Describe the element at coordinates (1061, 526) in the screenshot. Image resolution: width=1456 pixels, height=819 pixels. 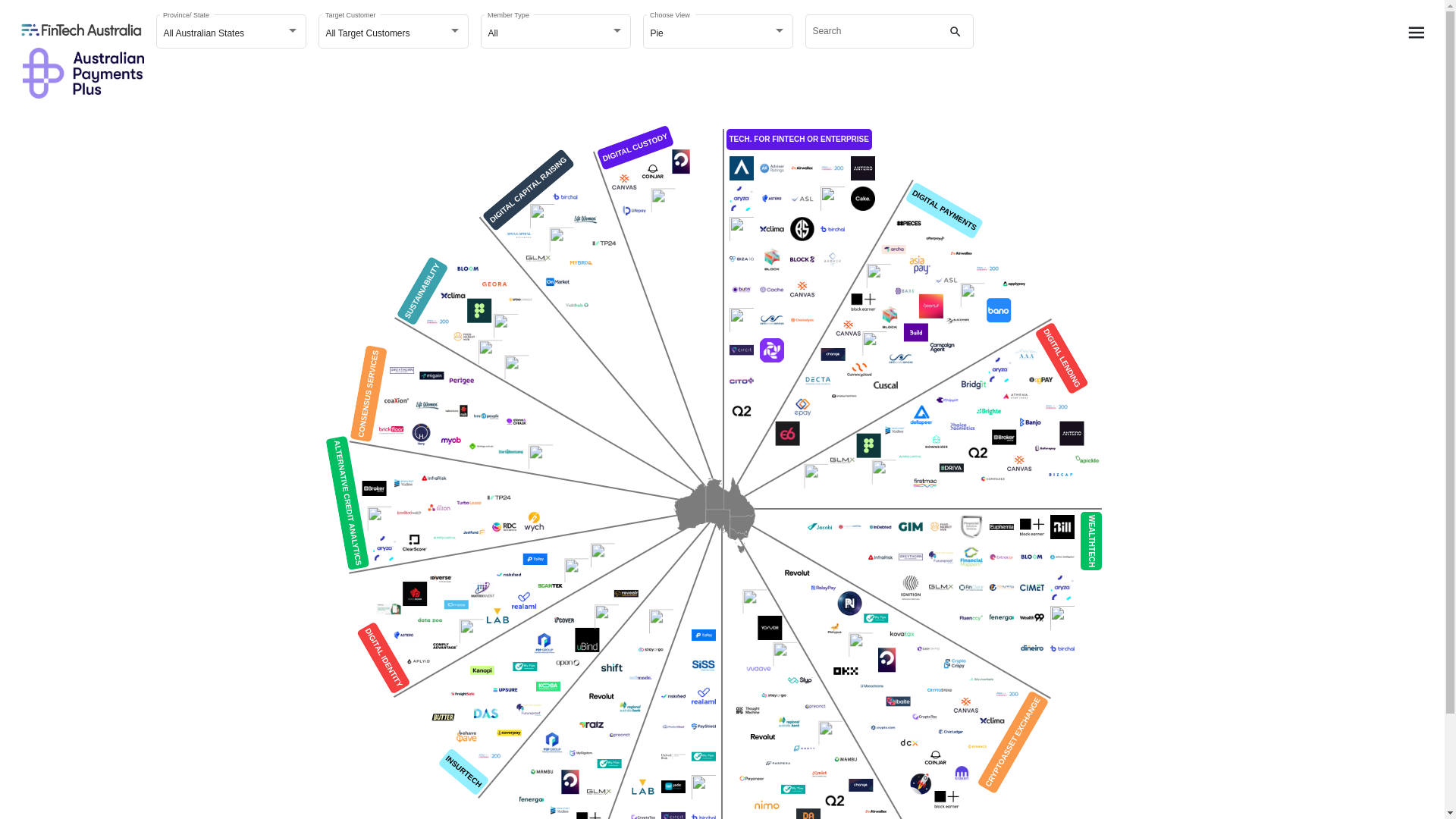
I see `'1Bill'` at that location.